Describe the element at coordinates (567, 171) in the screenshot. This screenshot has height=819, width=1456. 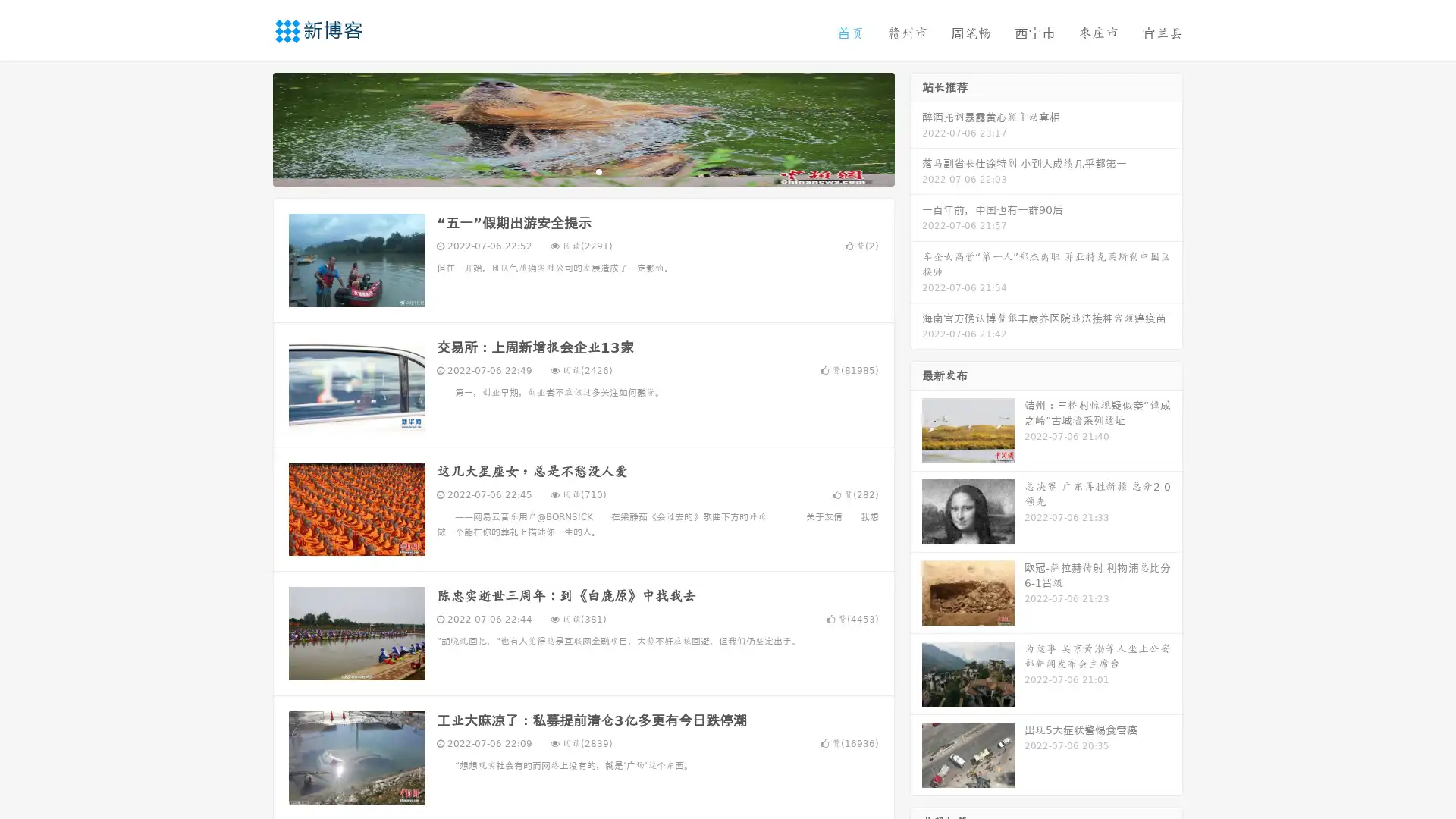
I see `Go to slide 1` at that location.